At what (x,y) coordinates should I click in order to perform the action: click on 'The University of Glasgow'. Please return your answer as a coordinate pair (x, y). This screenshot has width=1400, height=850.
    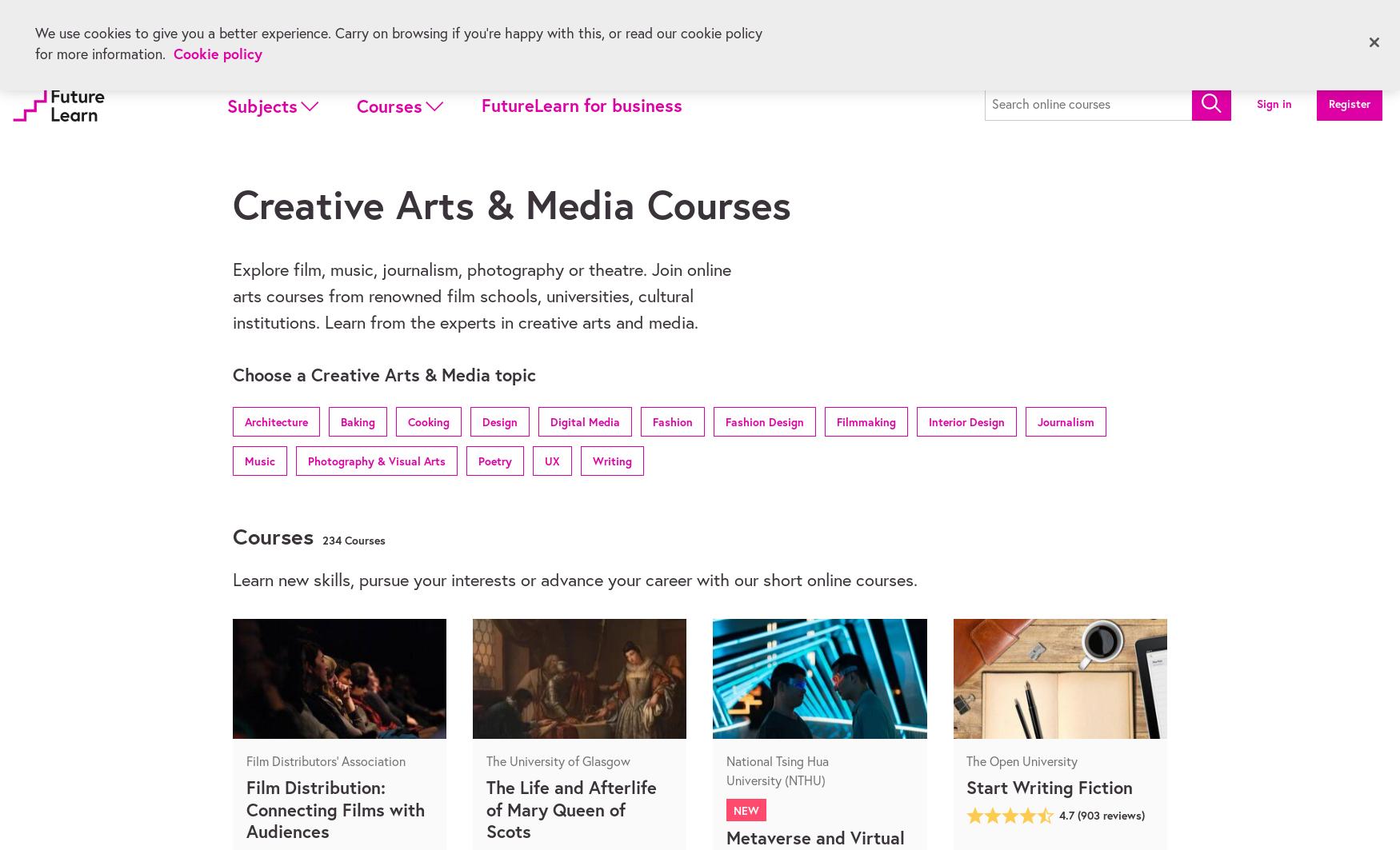
    Looking at the image, I should click on (558, 760).